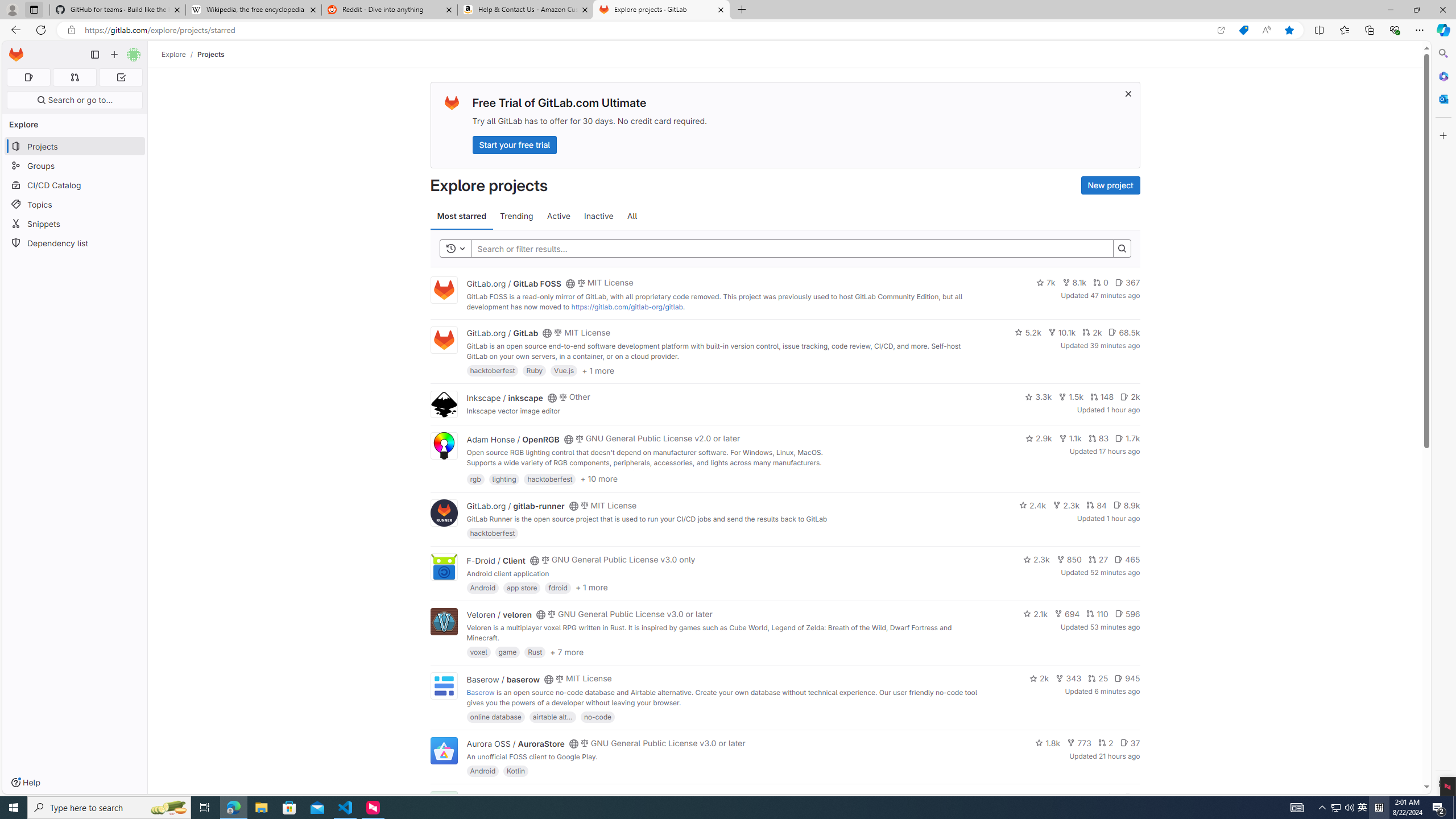 Image resolution: width=1456 pixels, height=819 pixels. Describe the element at coordinates (74, 204) in the screenshot. I see `'Topics'` at that location.